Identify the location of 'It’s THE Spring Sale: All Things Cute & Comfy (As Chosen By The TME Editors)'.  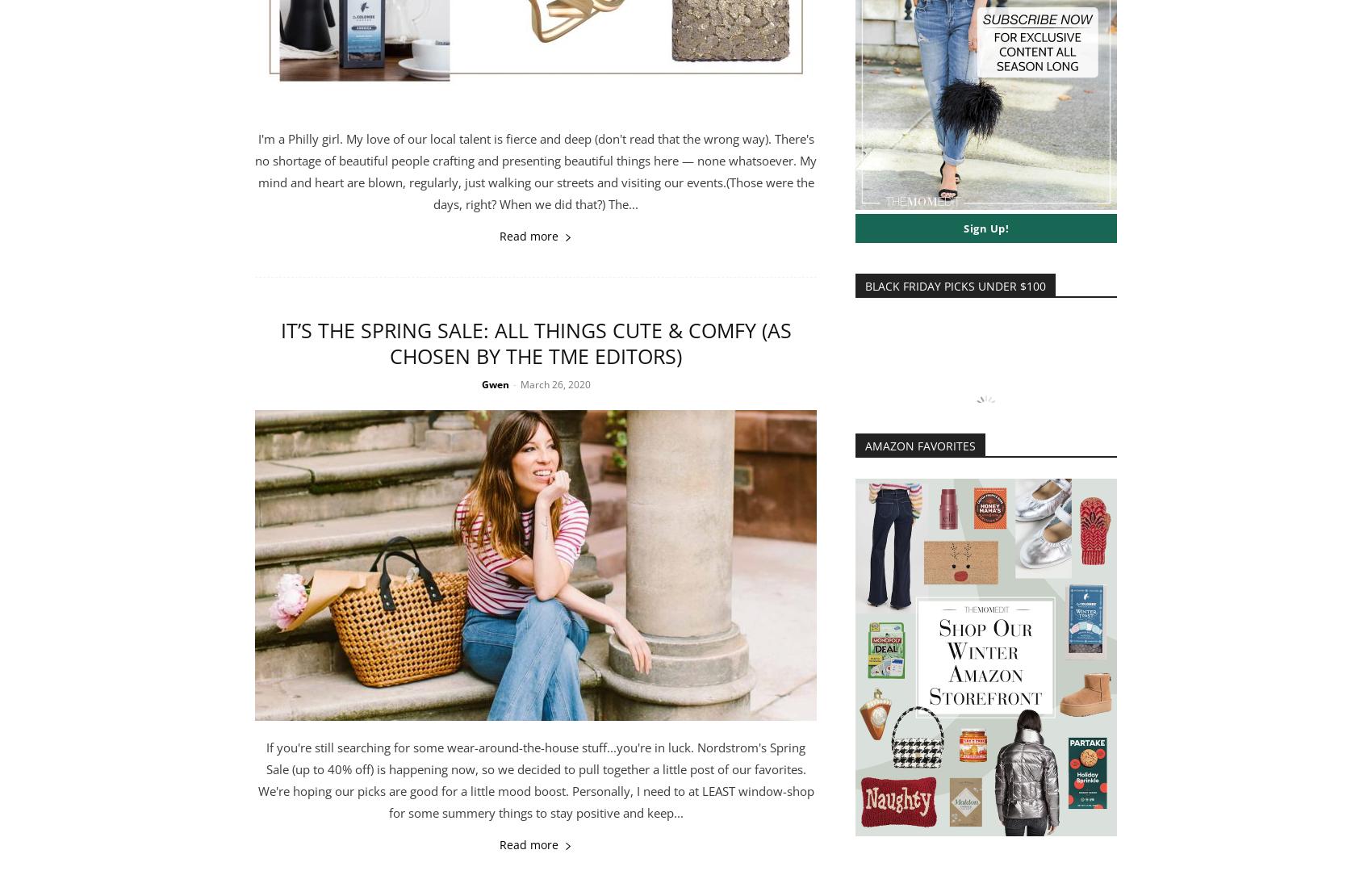
(278, 343).